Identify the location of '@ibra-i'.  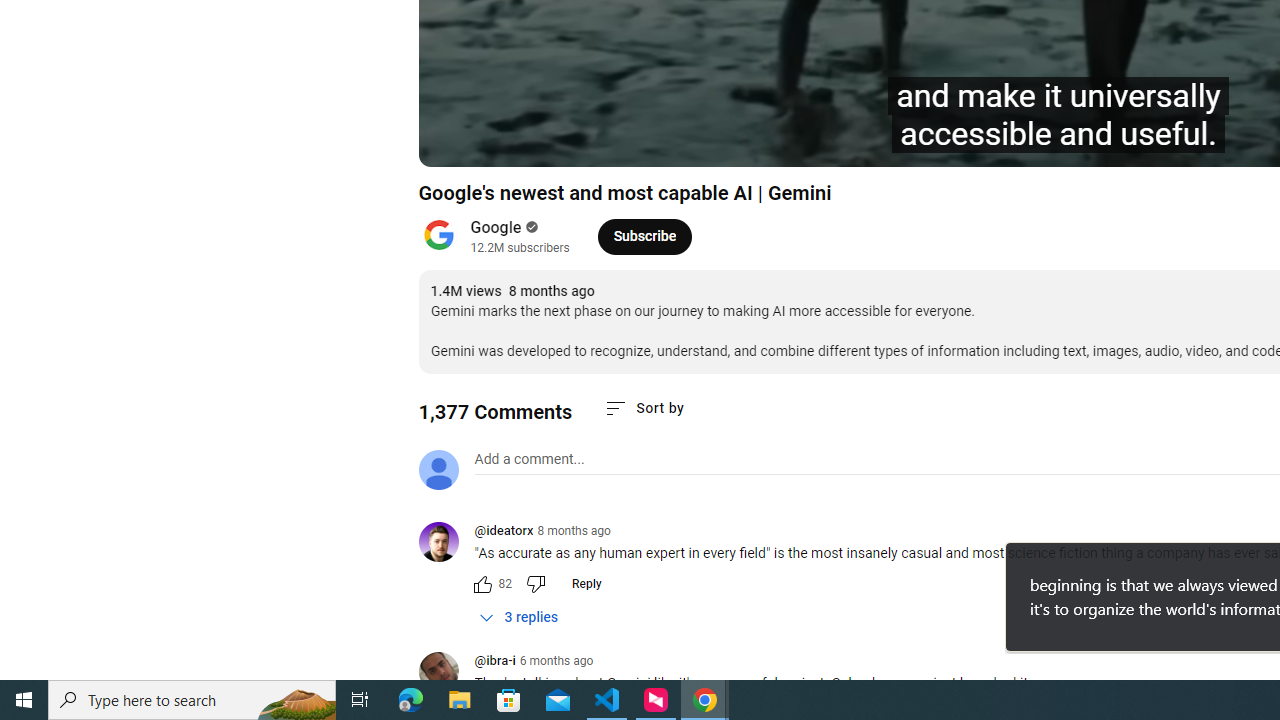
(494, 662).